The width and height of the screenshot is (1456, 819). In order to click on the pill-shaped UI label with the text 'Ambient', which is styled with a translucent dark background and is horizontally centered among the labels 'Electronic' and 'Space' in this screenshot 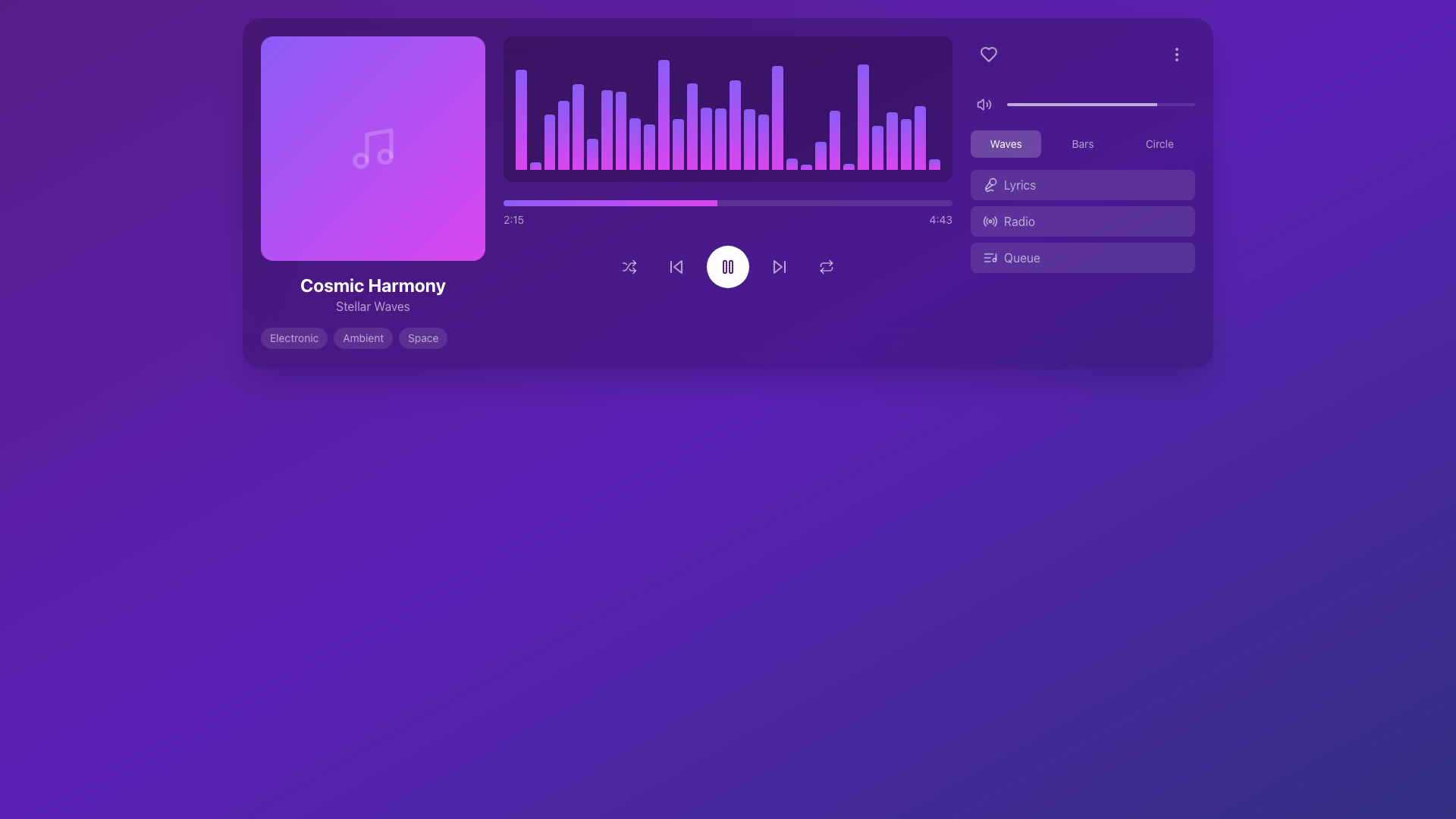, I will do `click(372, 337)`.